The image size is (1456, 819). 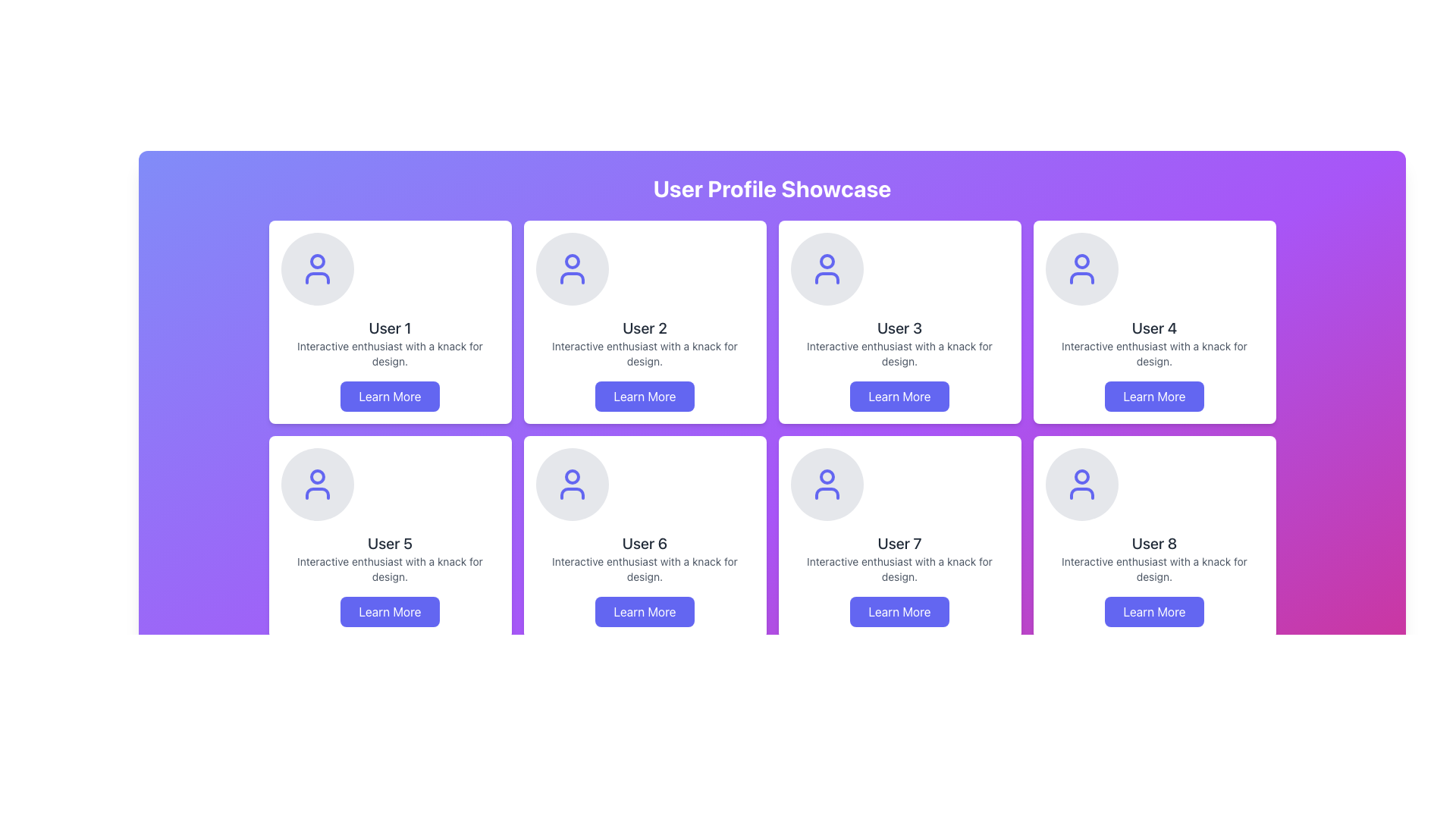 I want to click on the Icon-based Profile Placeholder located at the top of the user card labeled 'User 1' in the user profile showcase grid, so click(x=316, y=268).